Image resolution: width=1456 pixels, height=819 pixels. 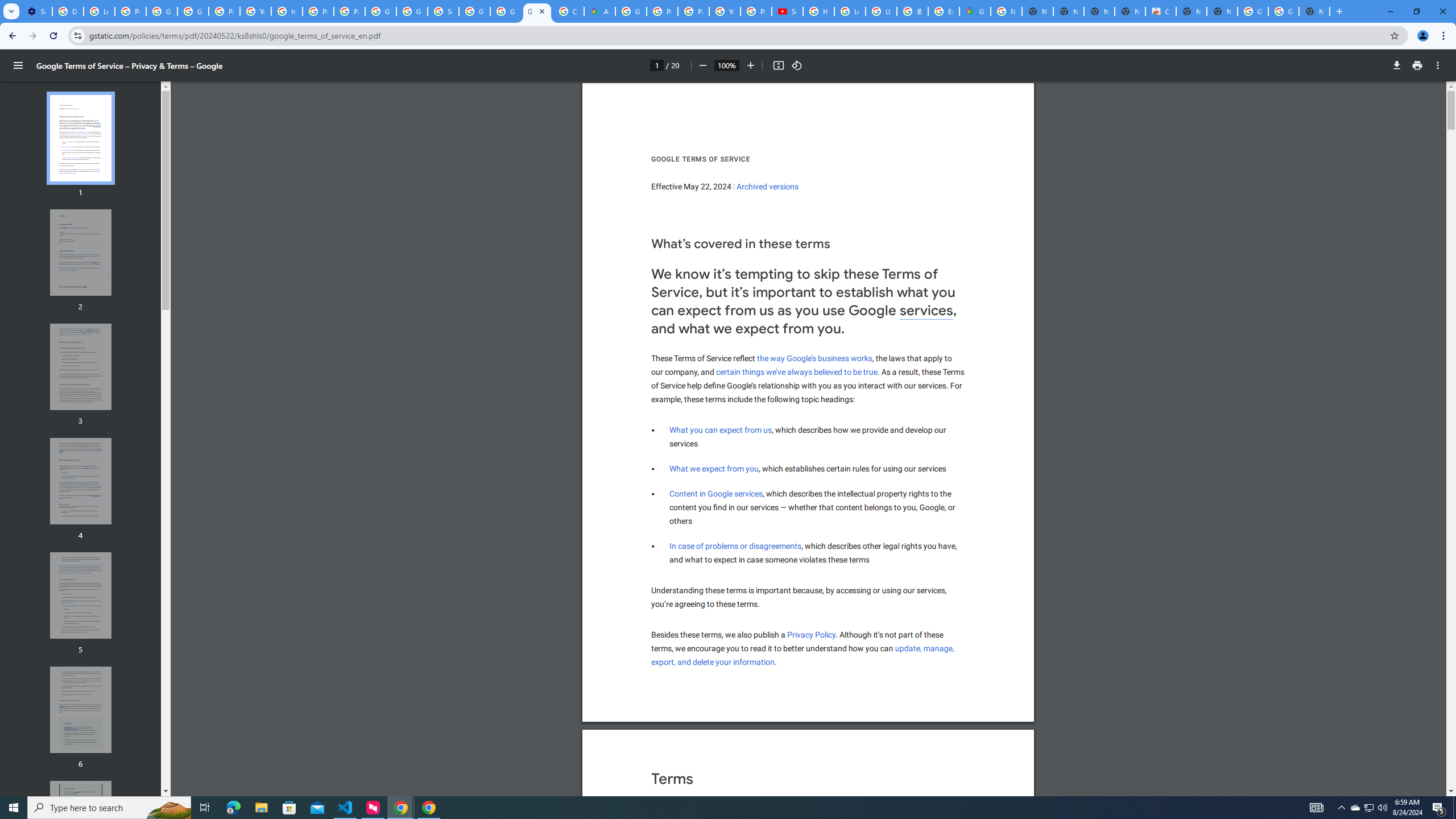 I want to click on 'Google Maps', so click(x=974, y=11).